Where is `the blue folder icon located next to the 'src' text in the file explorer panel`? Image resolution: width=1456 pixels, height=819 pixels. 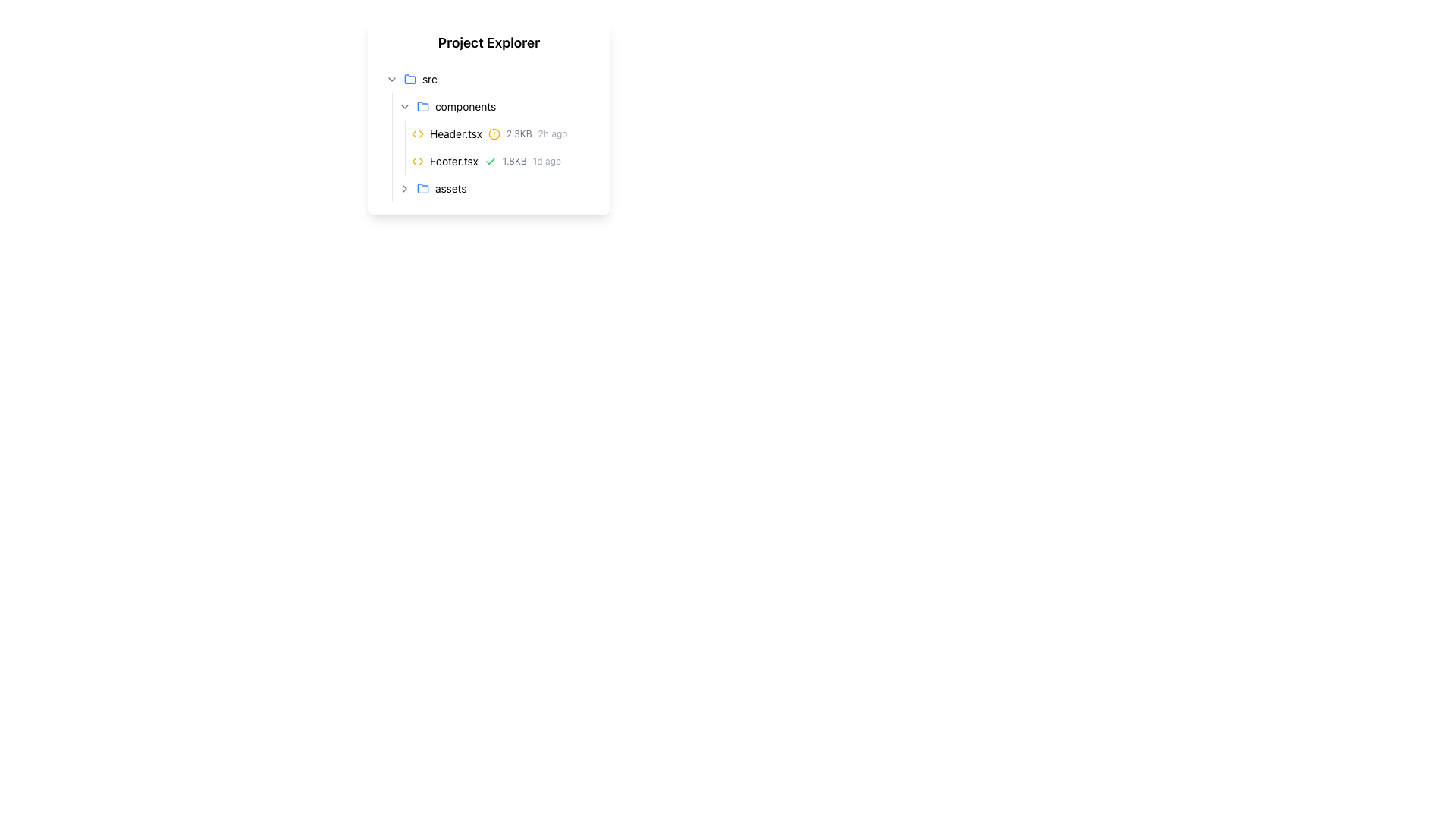 the blue folder icon located next to the 'src' text in the file explorer panel is located at coordinates (410, 79).